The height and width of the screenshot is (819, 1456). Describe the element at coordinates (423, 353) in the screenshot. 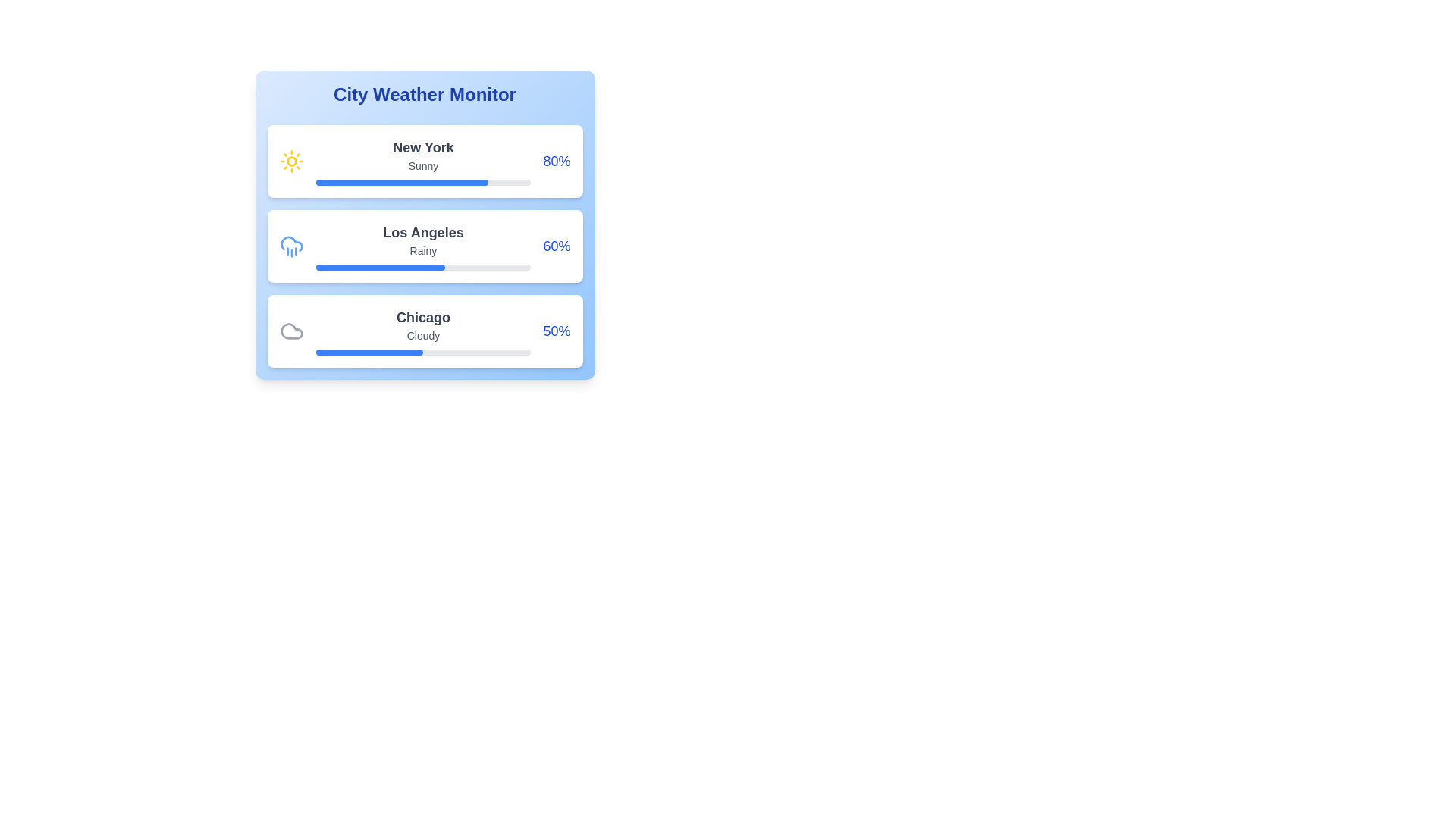

I see `the third progress bar under the 'City Weather Monitor' section, which indicates 50% progress with a blue-filled portion` at that location.